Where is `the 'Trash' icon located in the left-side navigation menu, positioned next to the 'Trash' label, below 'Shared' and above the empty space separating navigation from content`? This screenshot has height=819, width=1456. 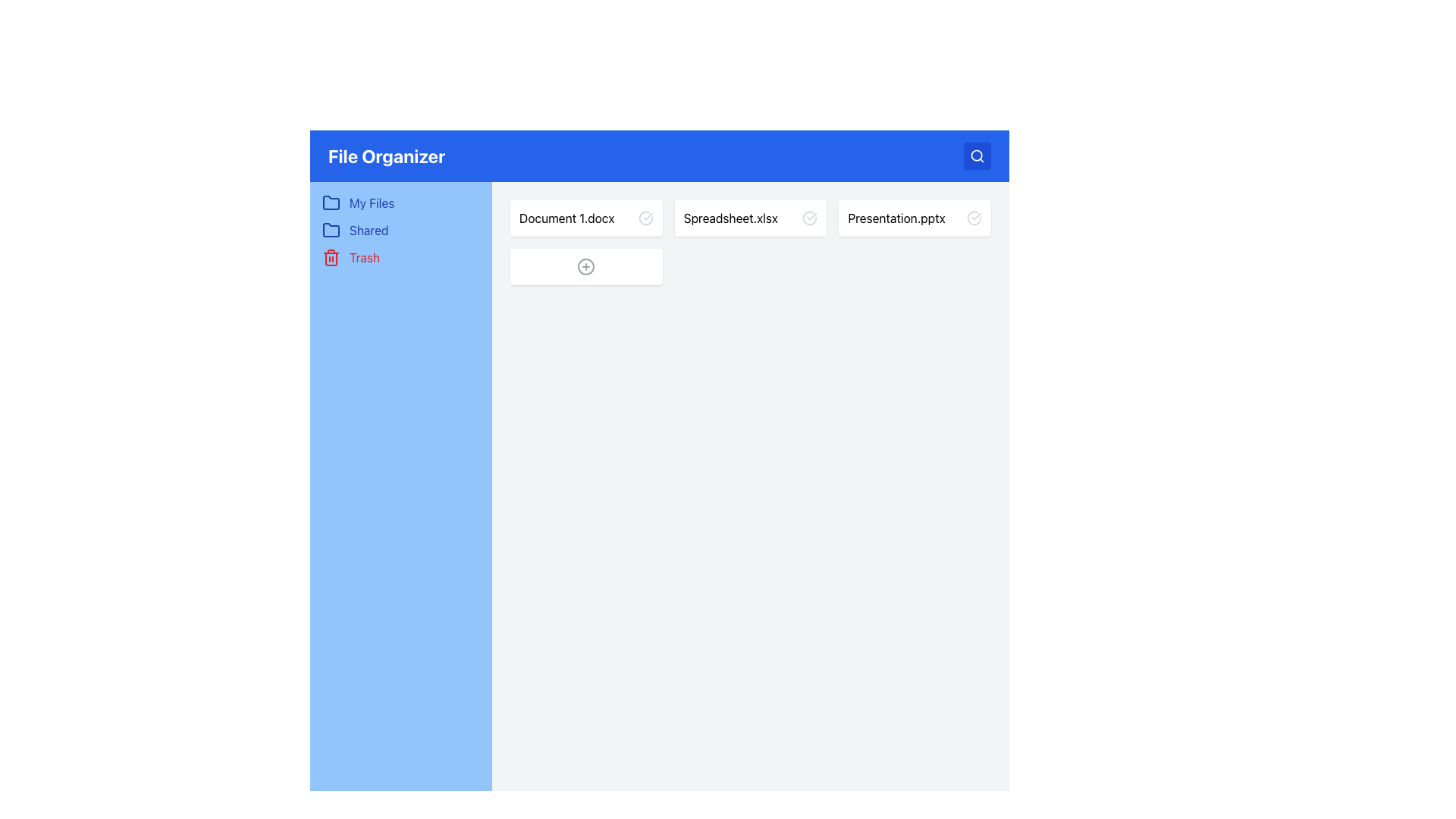 the 'Trash' icon located in the left-side navigation menu, positioned next to the 'Trash' label, below 'Shared' and above the empty space separating navigation from content is located at coordinates (330, 256).